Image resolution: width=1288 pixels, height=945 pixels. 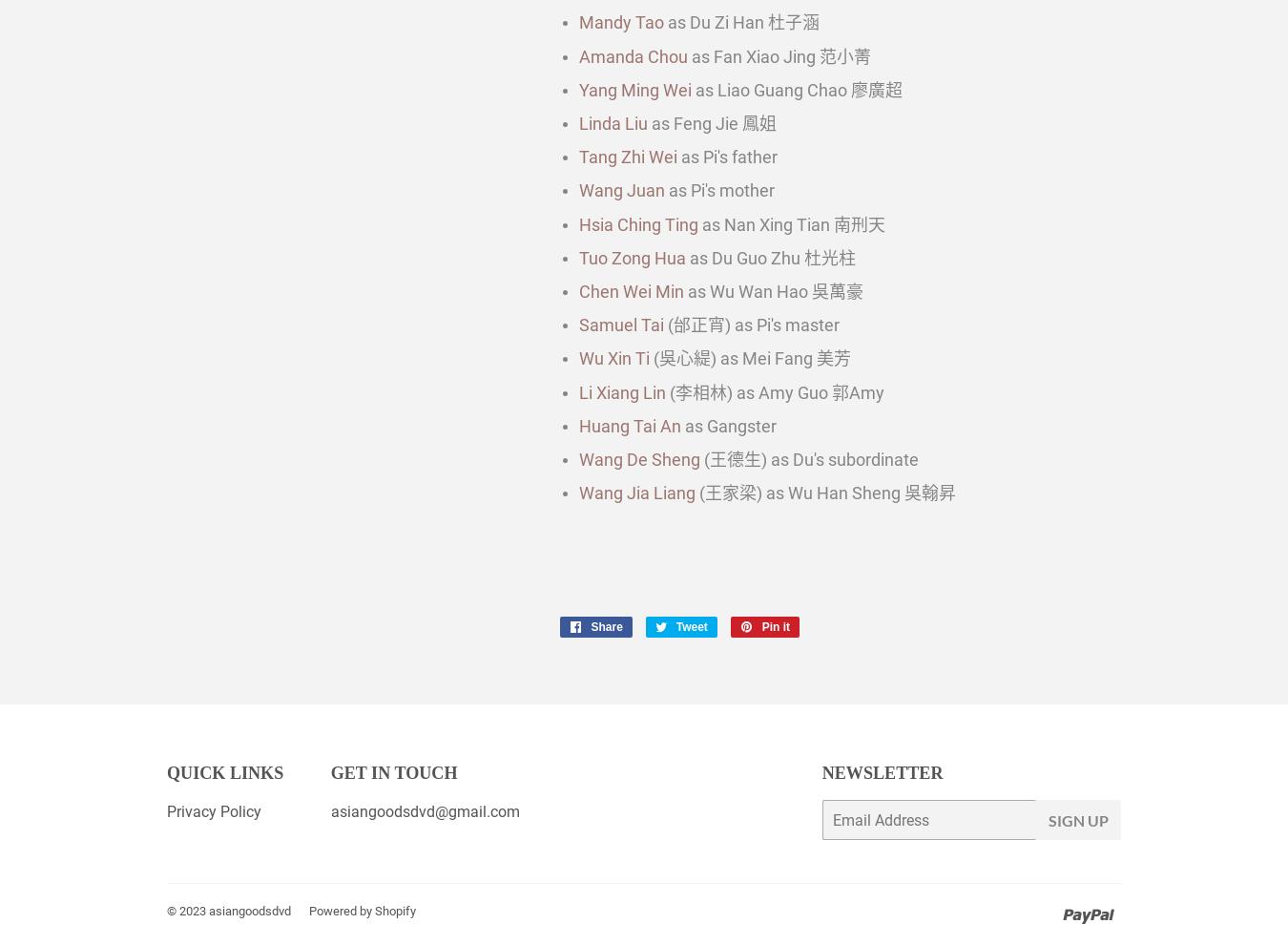 I want to click on 'Chen Wei Min', so click(x=632, y=289).